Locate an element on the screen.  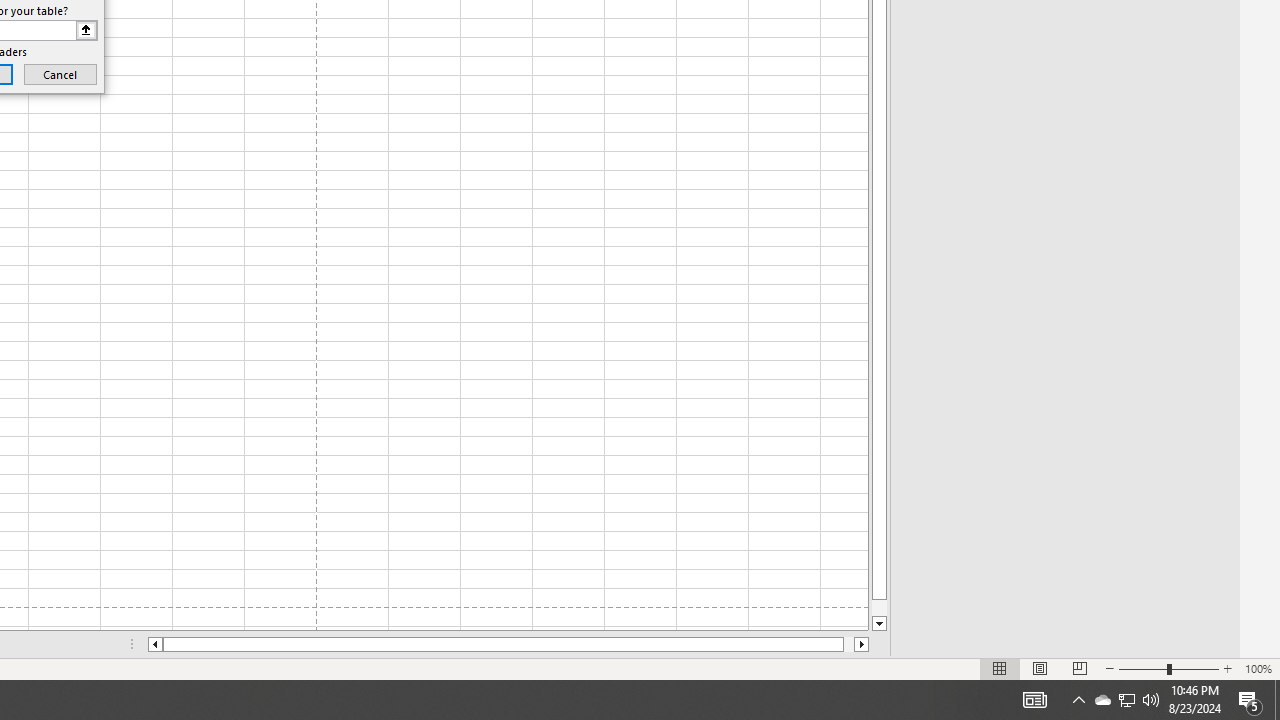
'Zoom In' is located at coordinates (1226, 669).